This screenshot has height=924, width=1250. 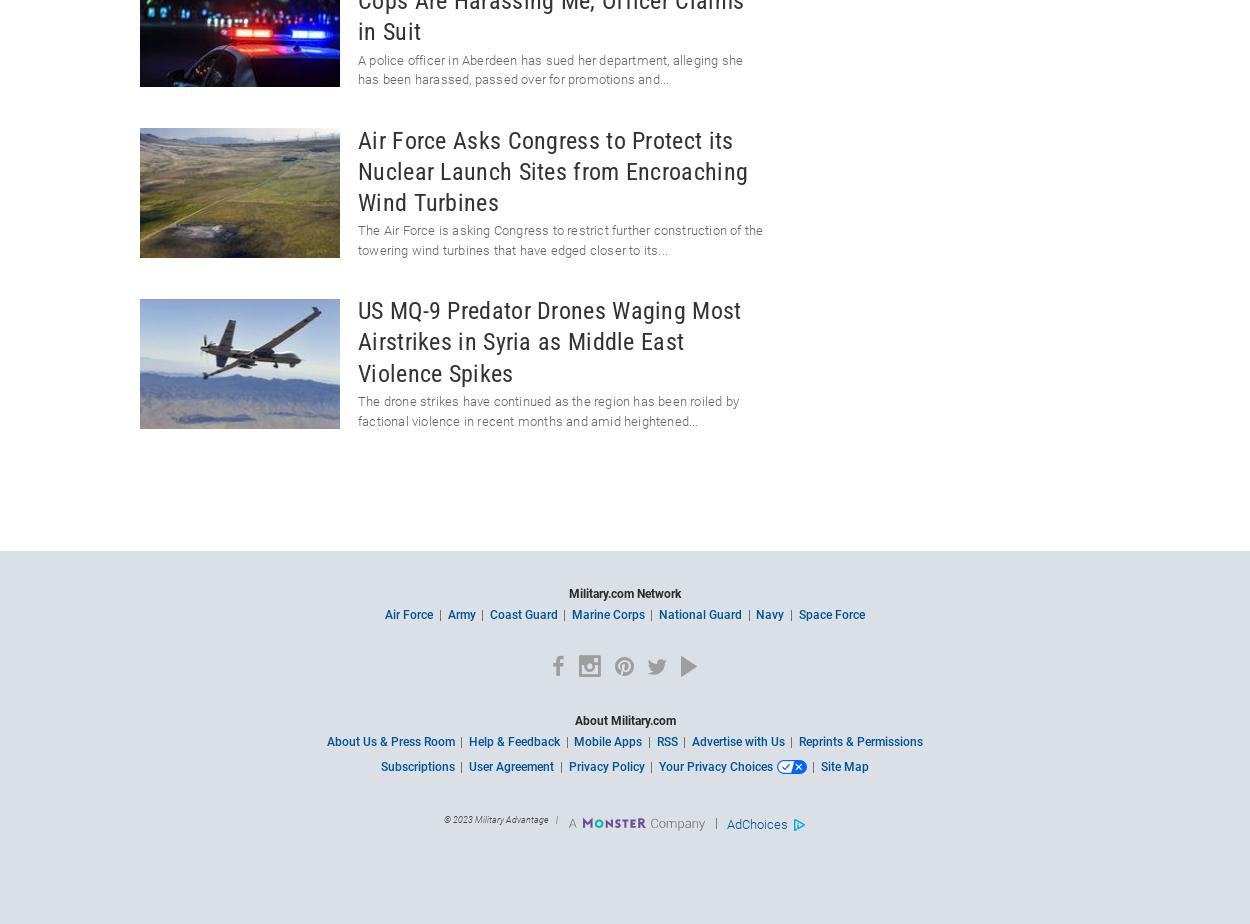 What do you see at coordinates (605, 767) in the screenshot?
I see `'Privacy Policy'` at bounding box center [605, 767].